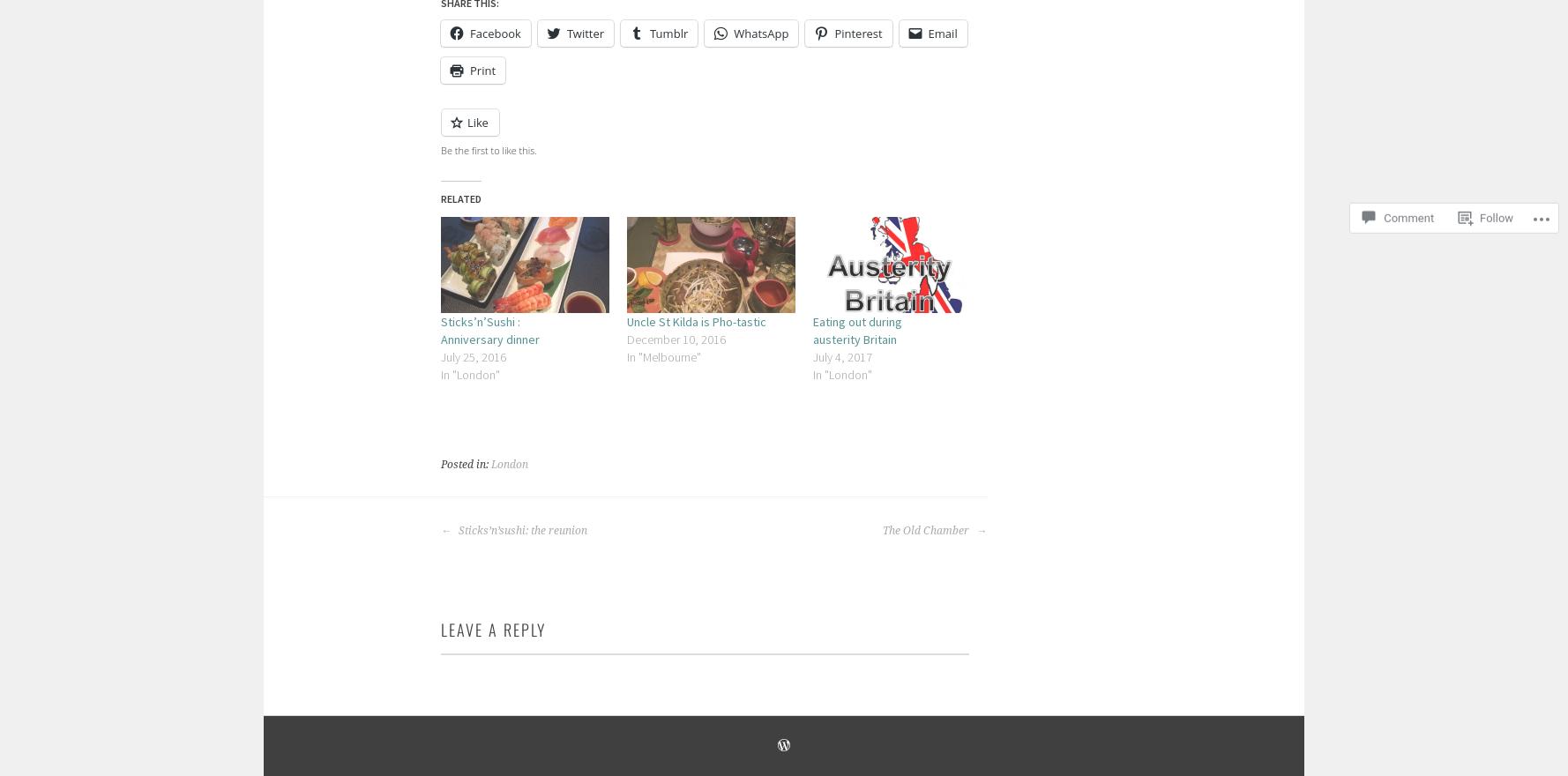 The width and height of the screenshot is (1568, 776). I want to click on 'Print', so click(470, 69).